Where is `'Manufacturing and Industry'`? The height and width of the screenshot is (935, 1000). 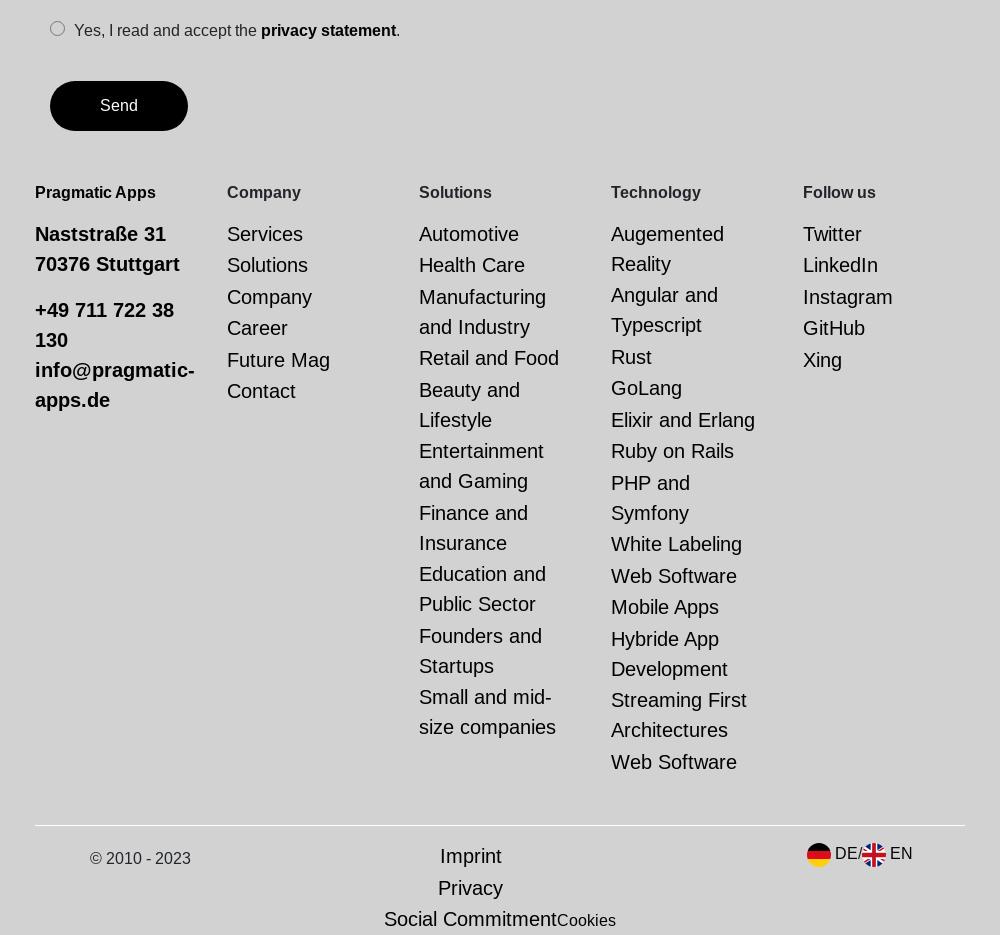
'Manufacturing and Industry' is located at coordinates (481, 311).